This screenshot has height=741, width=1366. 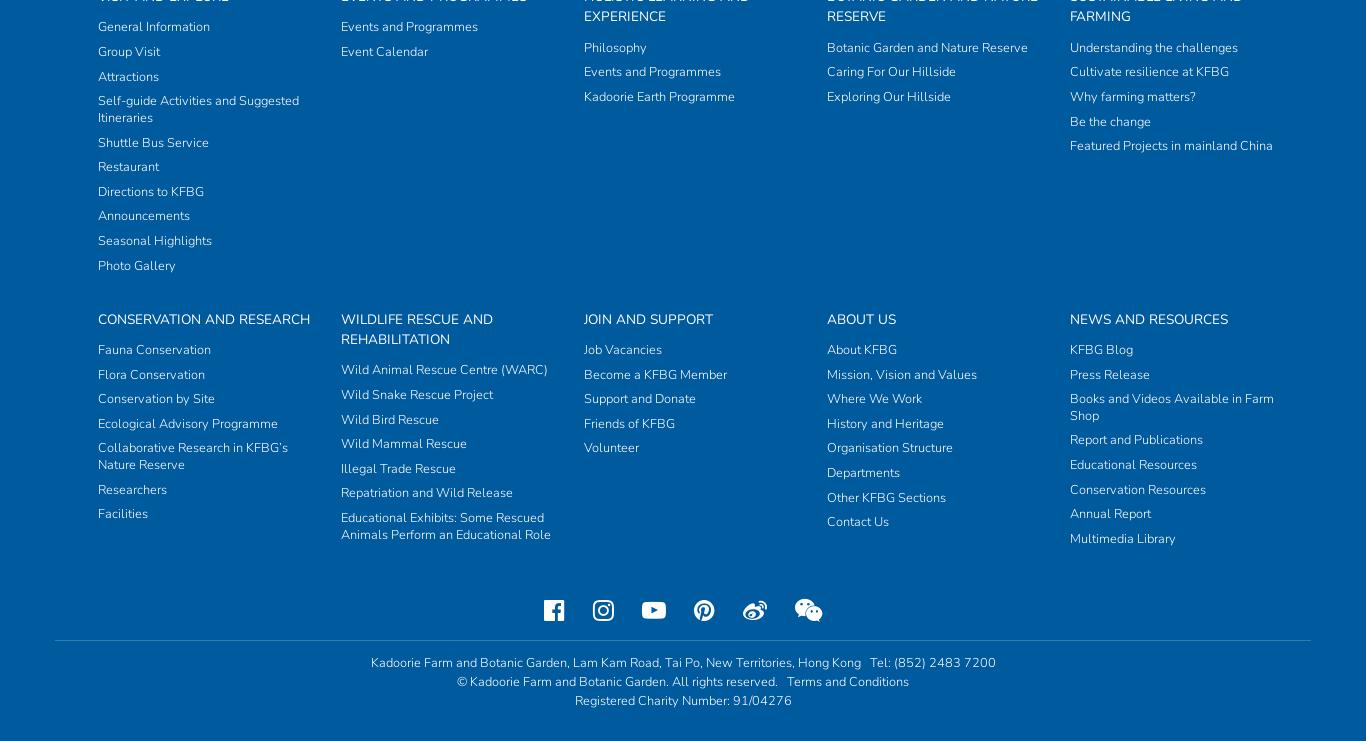 What do you see at coordinates (1132, 73) in the screenshot?
I see `'Educational Resources'` at bounding box center [1132, 73].